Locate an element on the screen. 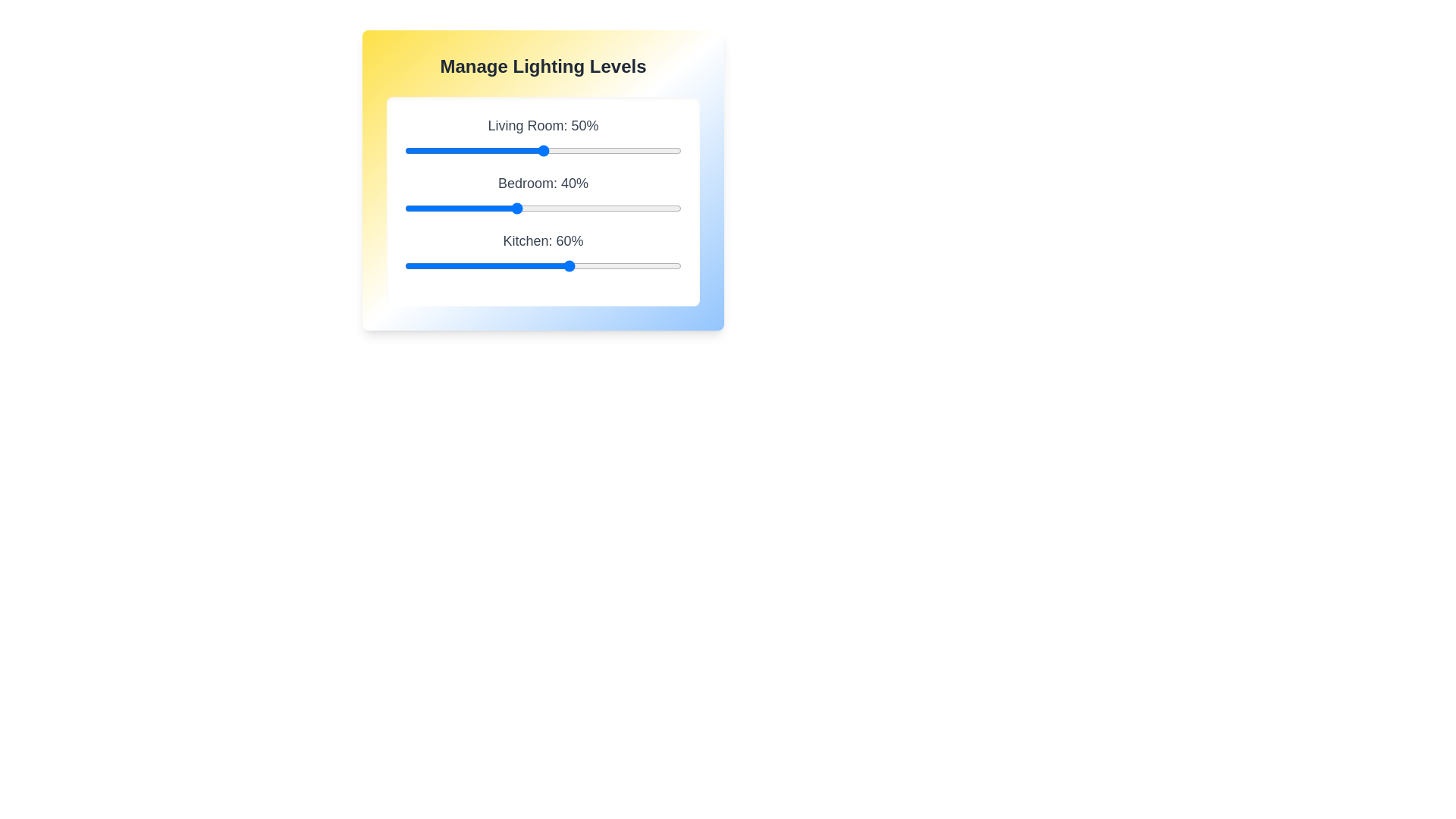 The height and width of the screenshot is (819, 1456). the Living Room lighting slider to 23% is located at coordinates (467, 151).